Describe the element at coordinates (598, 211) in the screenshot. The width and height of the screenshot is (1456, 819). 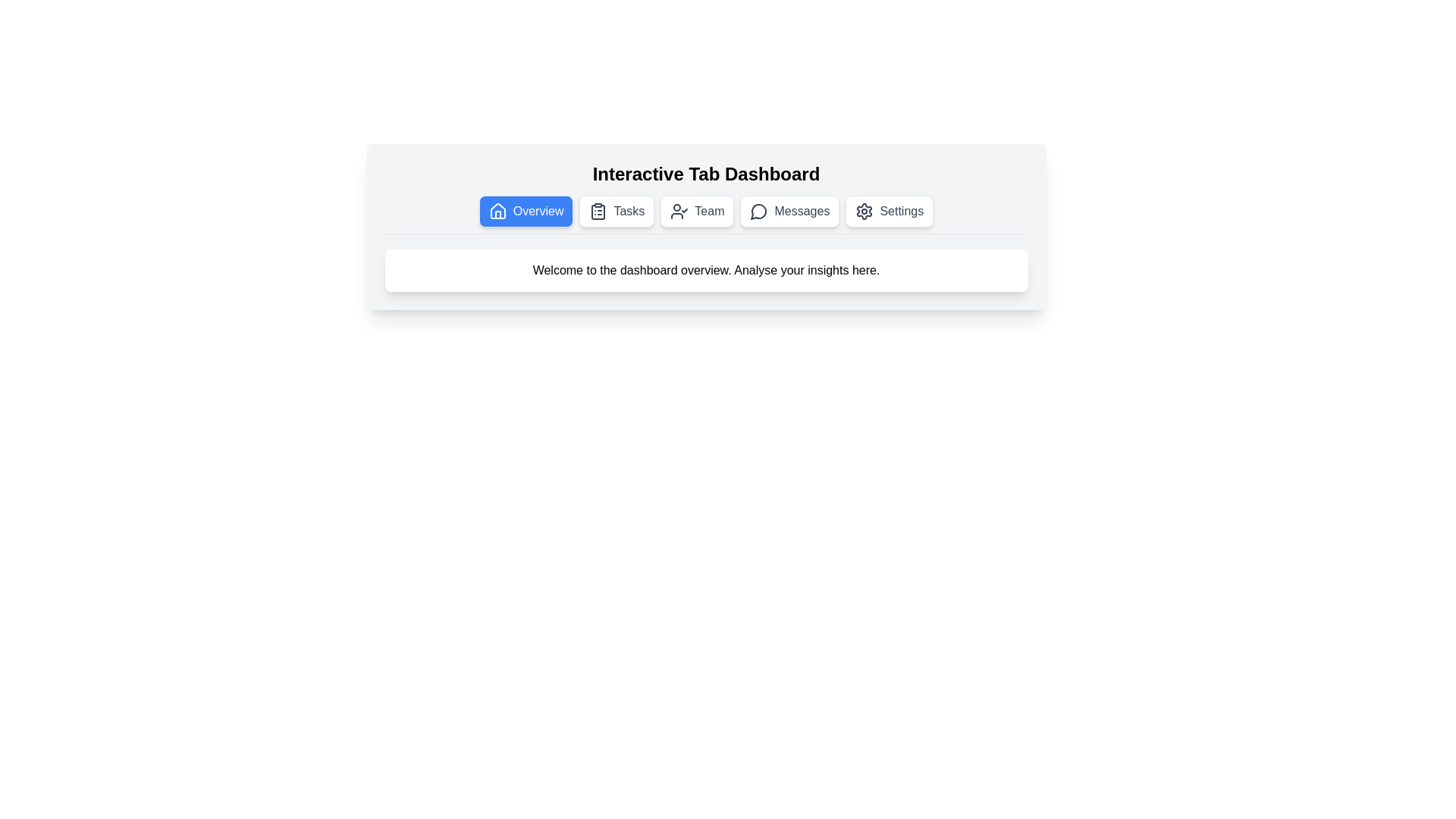
I see `the clipboard icon located in the header menu, specifically to the left of the 'Tasks' label` at that location.